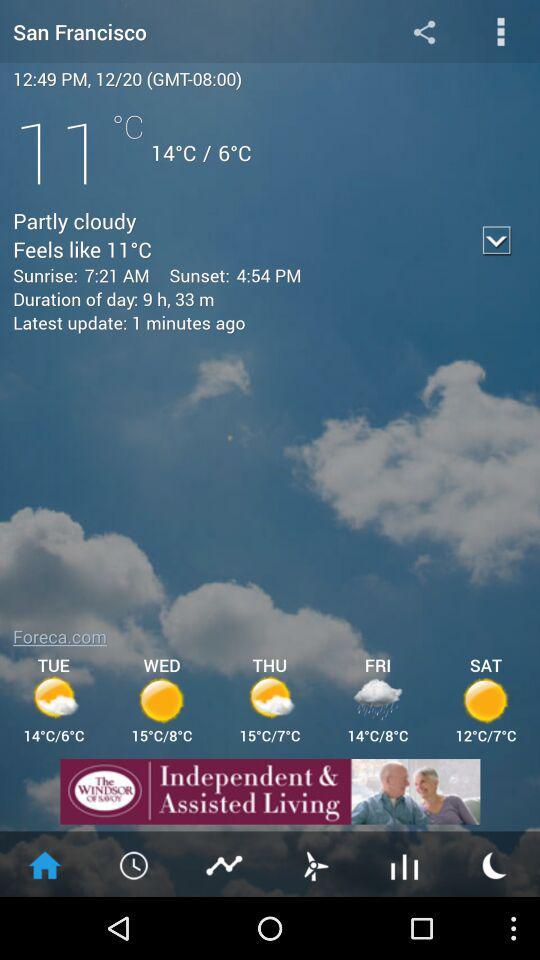 This screenshot has width=540, height=960. Describe the element at coordinates (224, 863) in the screenshot. I see `see share` at that location.